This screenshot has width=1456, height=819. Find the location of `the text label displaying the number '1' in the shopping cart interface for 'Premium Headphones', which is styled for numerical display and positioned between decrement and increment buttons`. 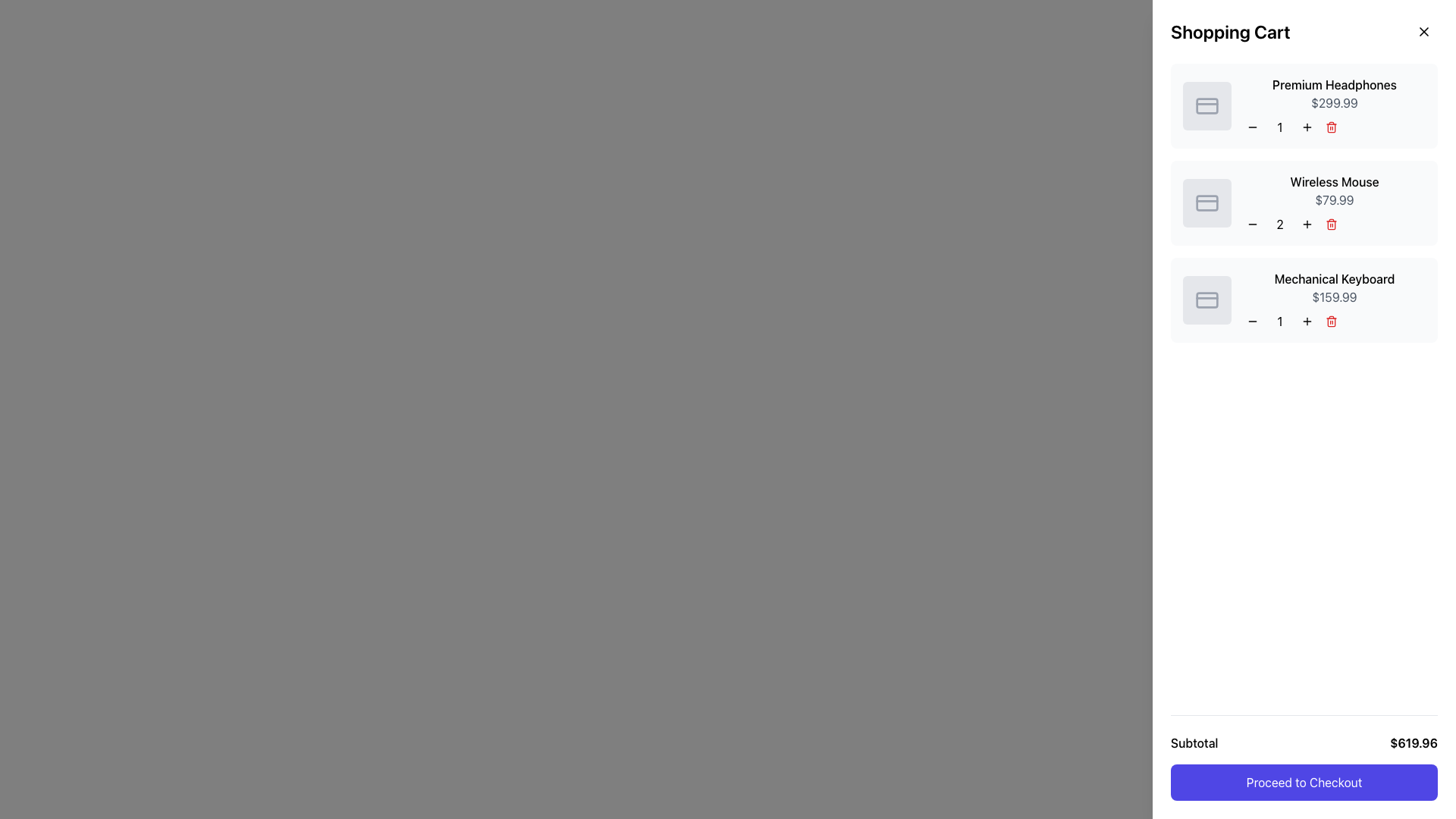

the text label displaying the number '1' in the shopping cart interface for 'Premium Headphones', which is styled for numerical display and positioned between decrement and increment buttons is located at coordinates (1279, 127).